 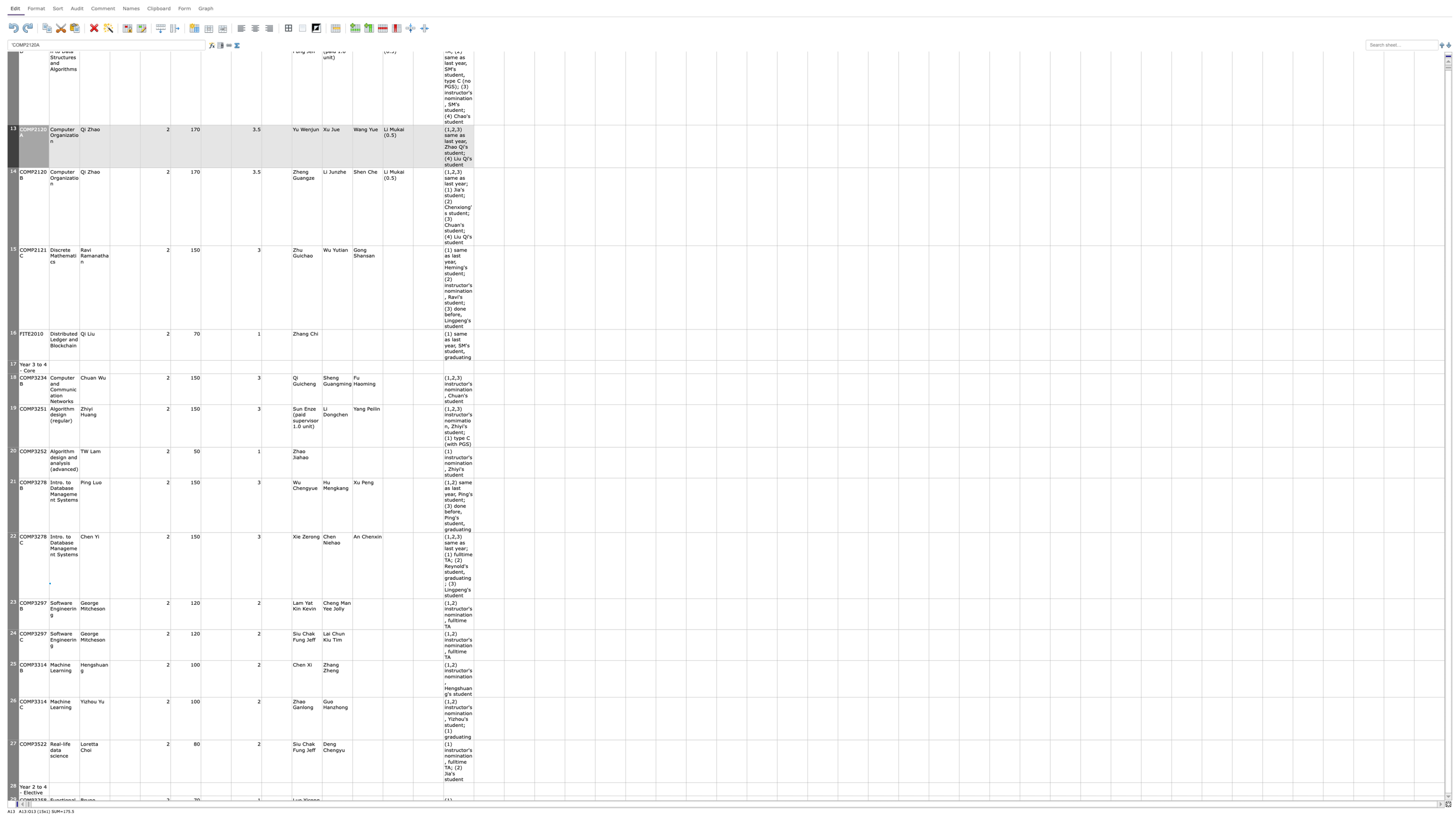 What do you see at coordinates (13, 696) in the screenshot?
I see `row 25's height resize handle` at bounding box center [13, 696].